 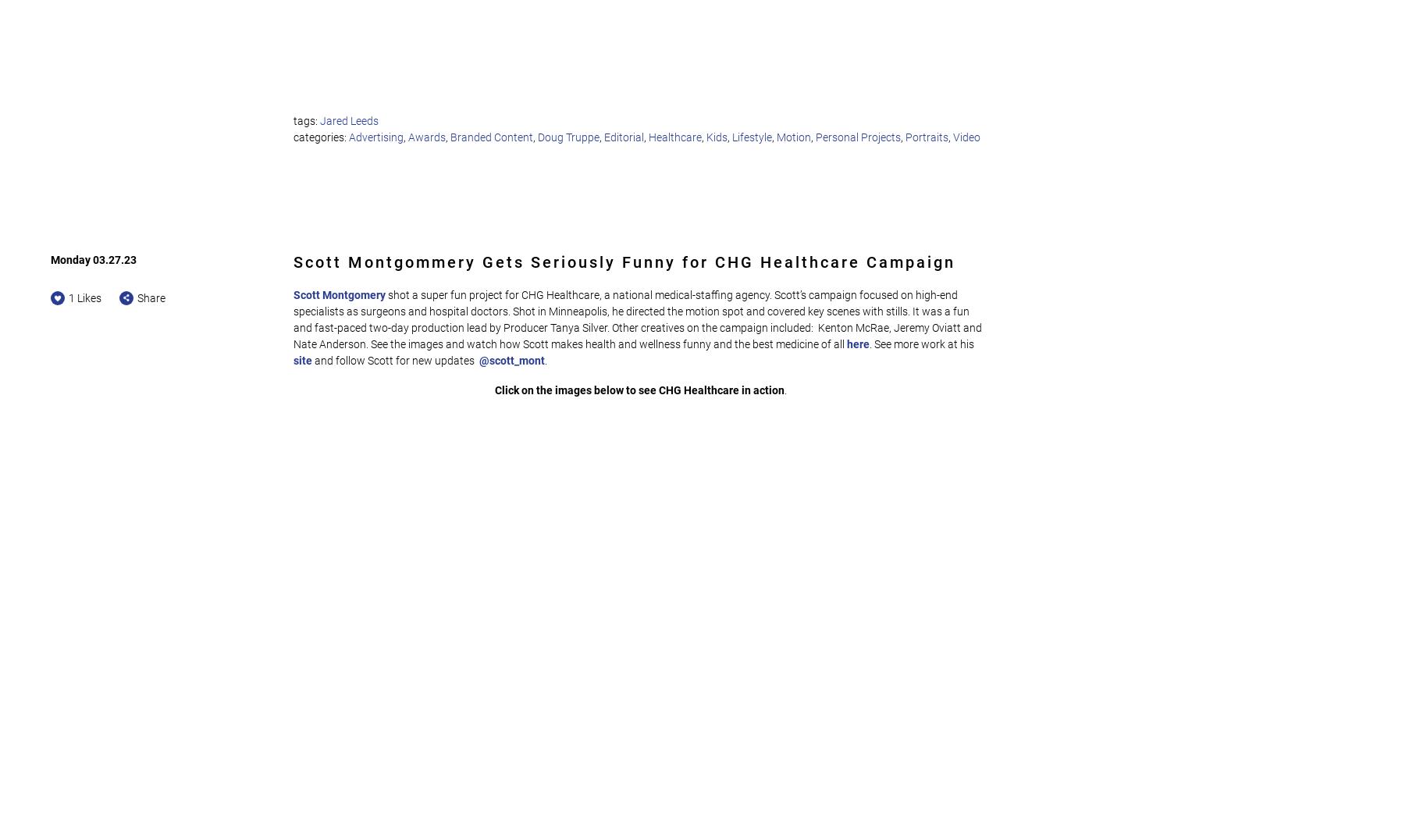 I want to click on 'Monday 03.27.23', so click(x=94, y=259).